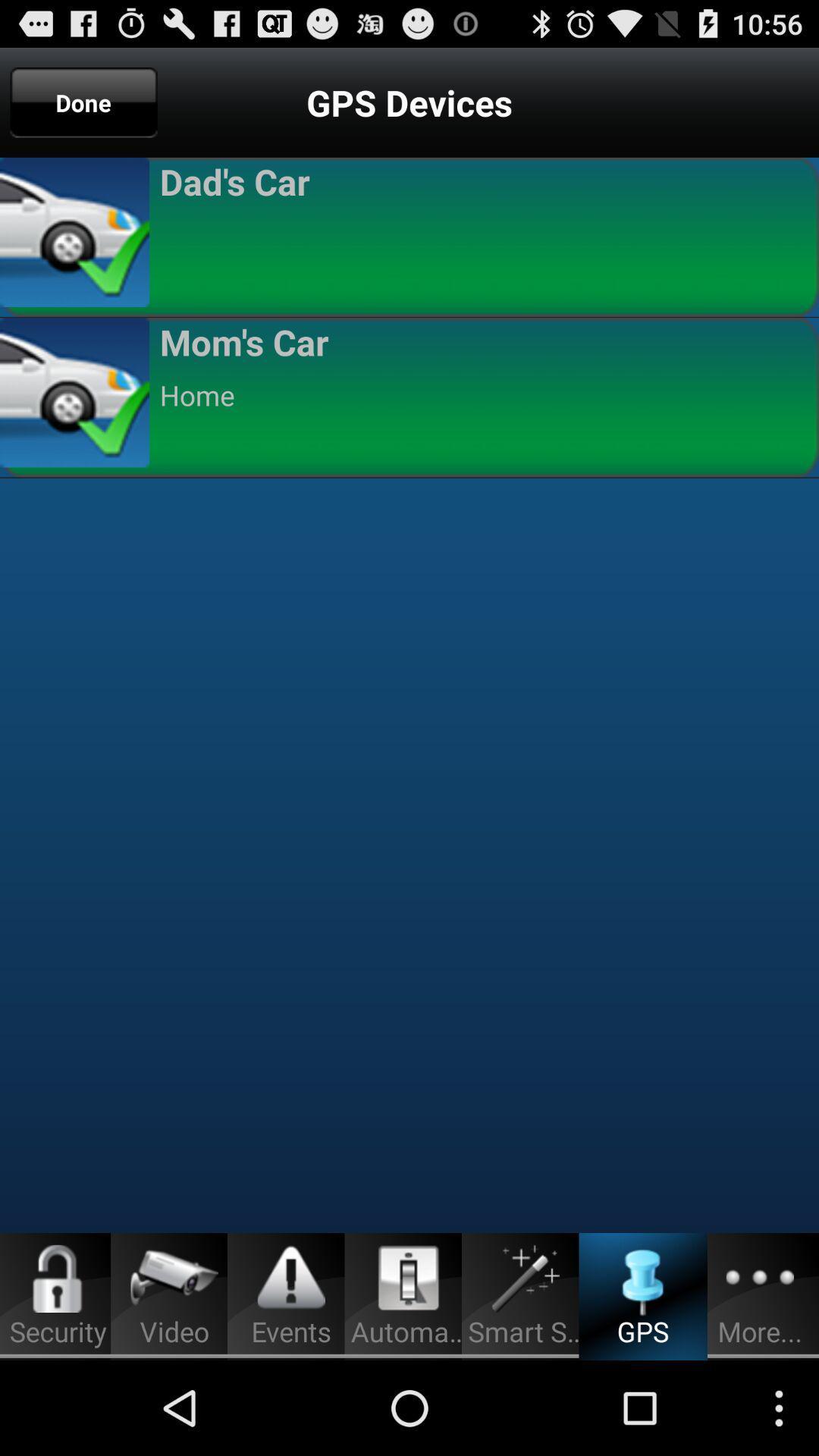  I want to click on the app to the left of the gps devices item, so click(83, 102).